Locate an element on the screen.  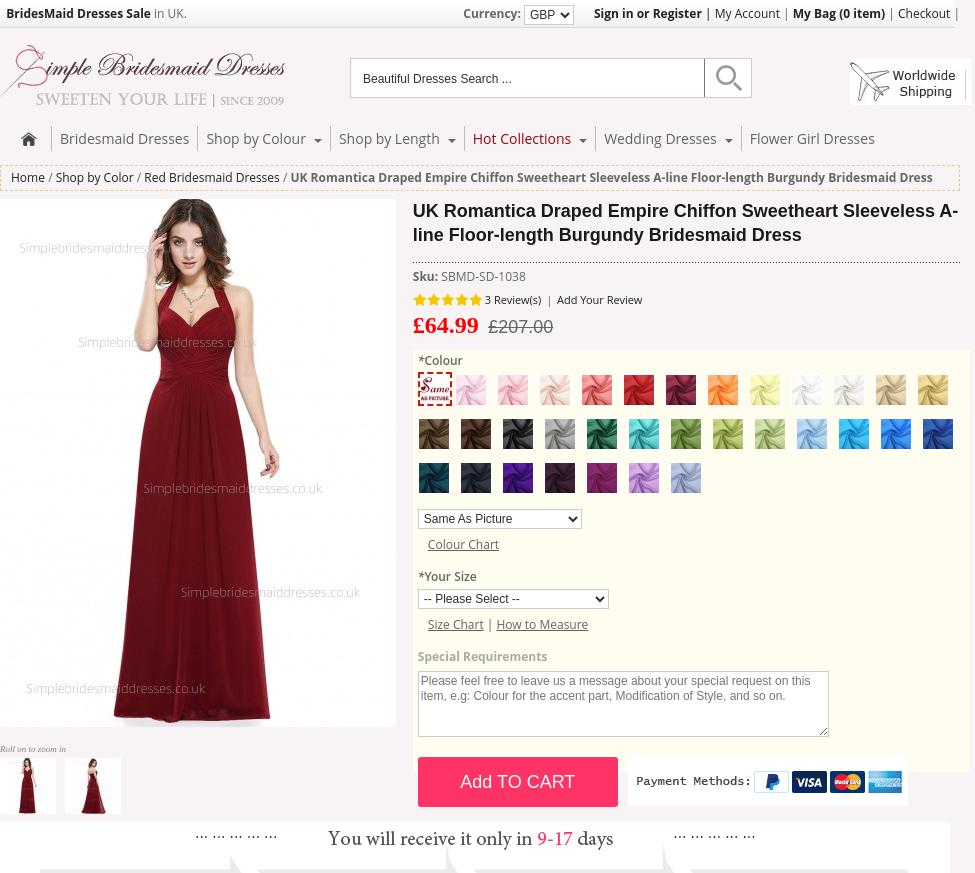
'How to Measure' is located at coordinates (541, 624).